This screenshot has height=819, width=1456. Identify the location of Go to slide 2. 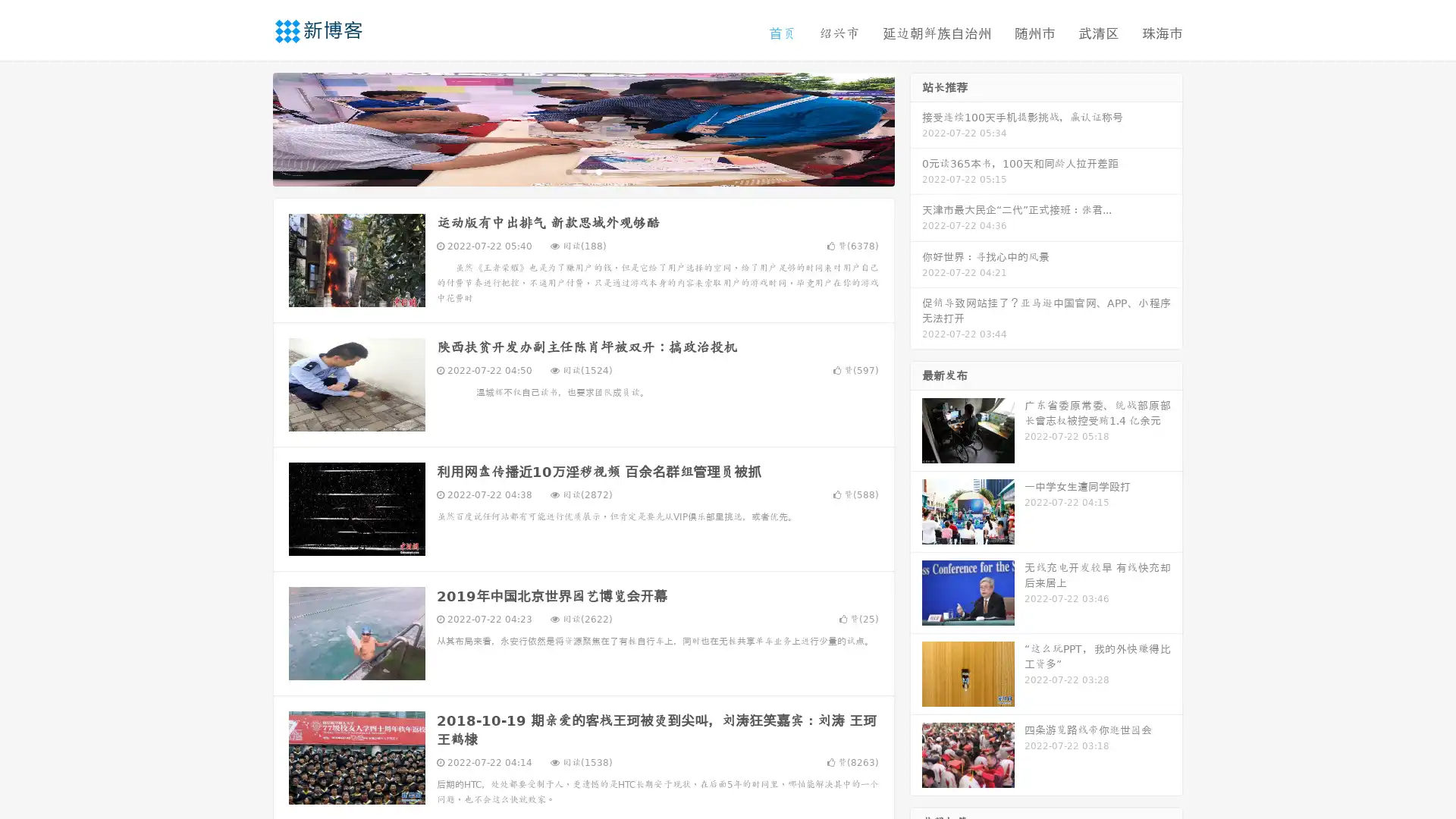
(582, 171).